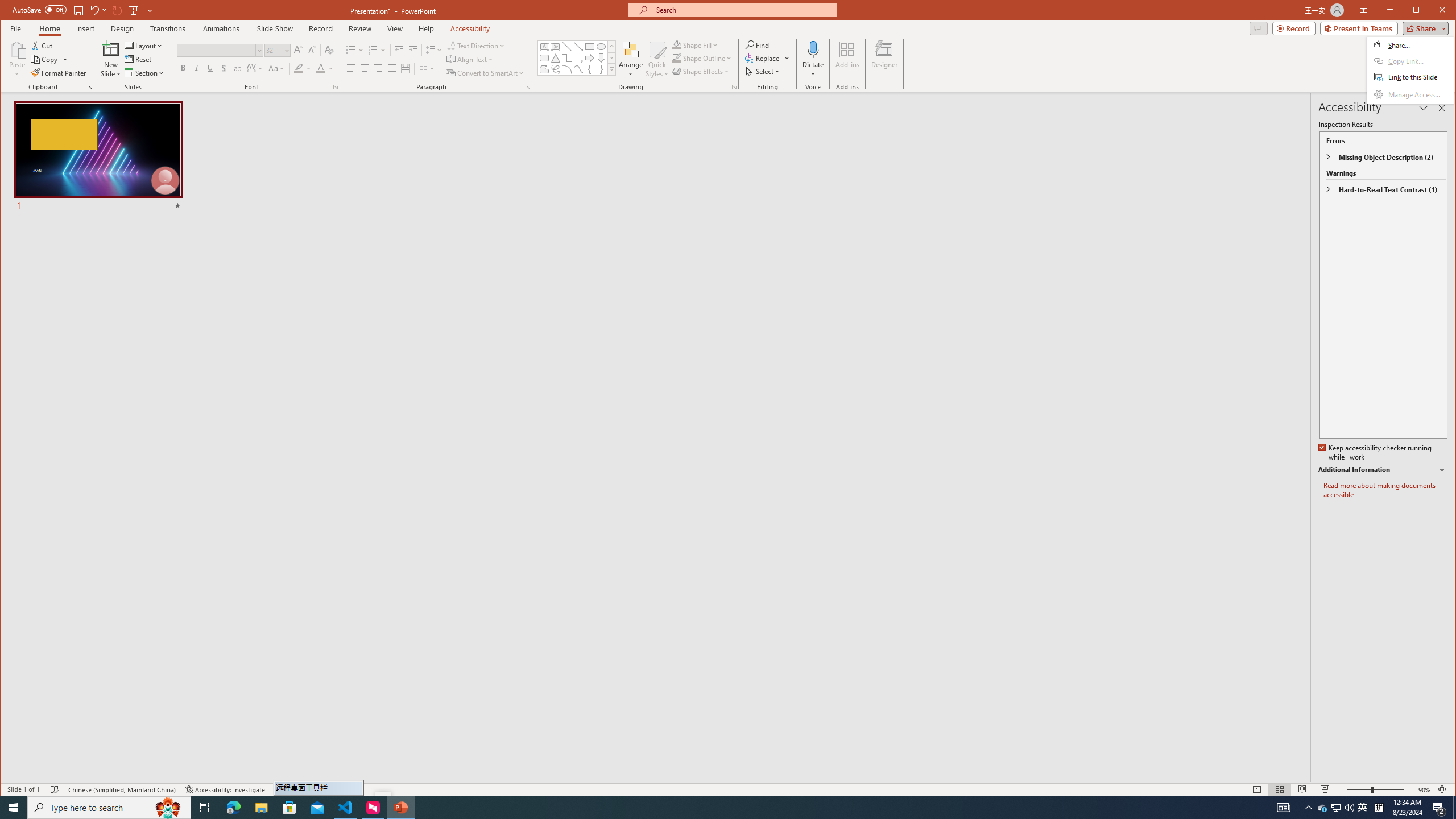 This screenshot has height=819, width=1456. What do you see at coordinates (401, 806) in the screenshot?
I see `'PowerPoint - 1 running window'` at bounding box center [401, 806].